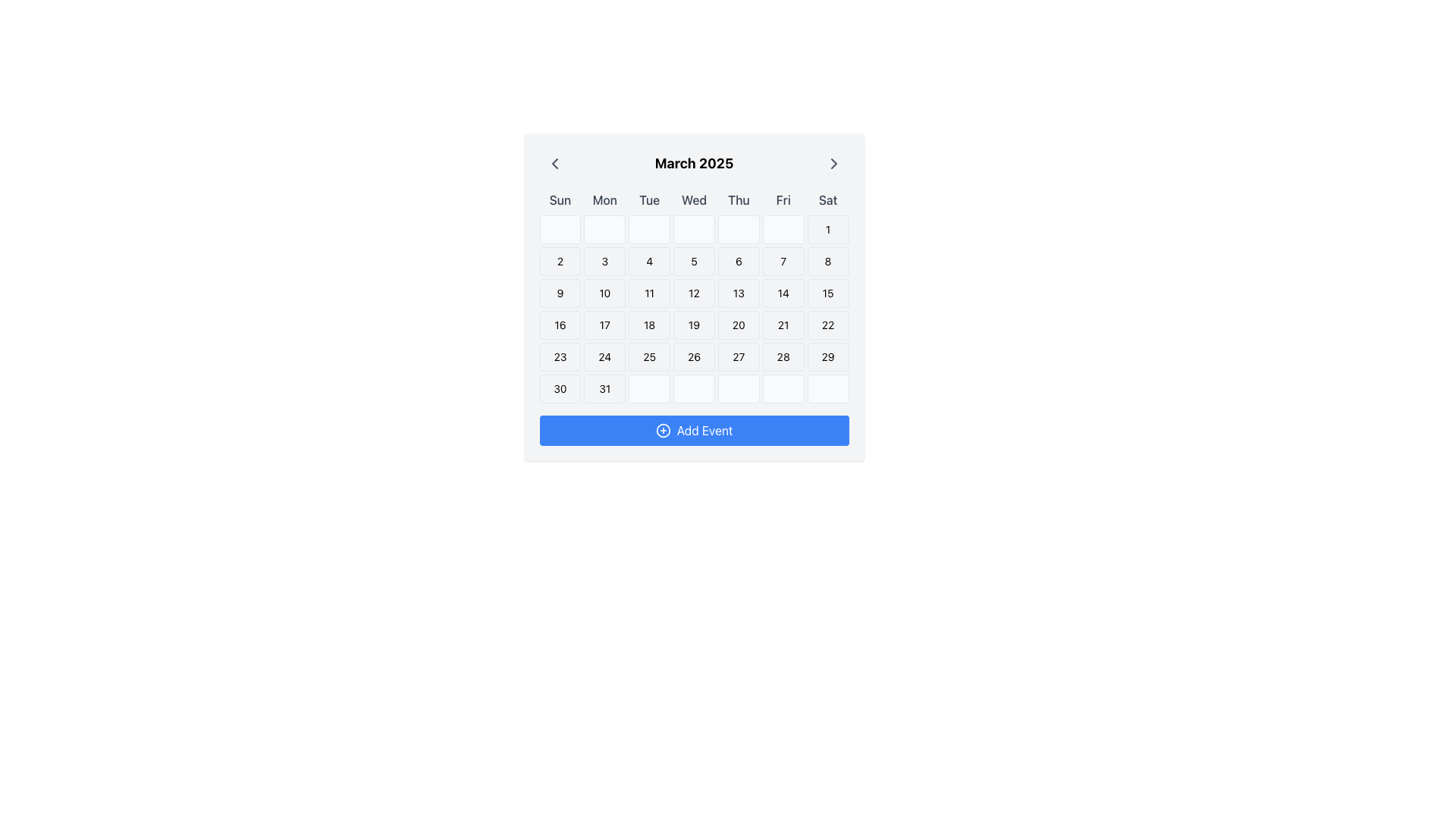 This screenshot has width=1456, height=819. I want to click on the button displaying the number '17', so click(604, 324).